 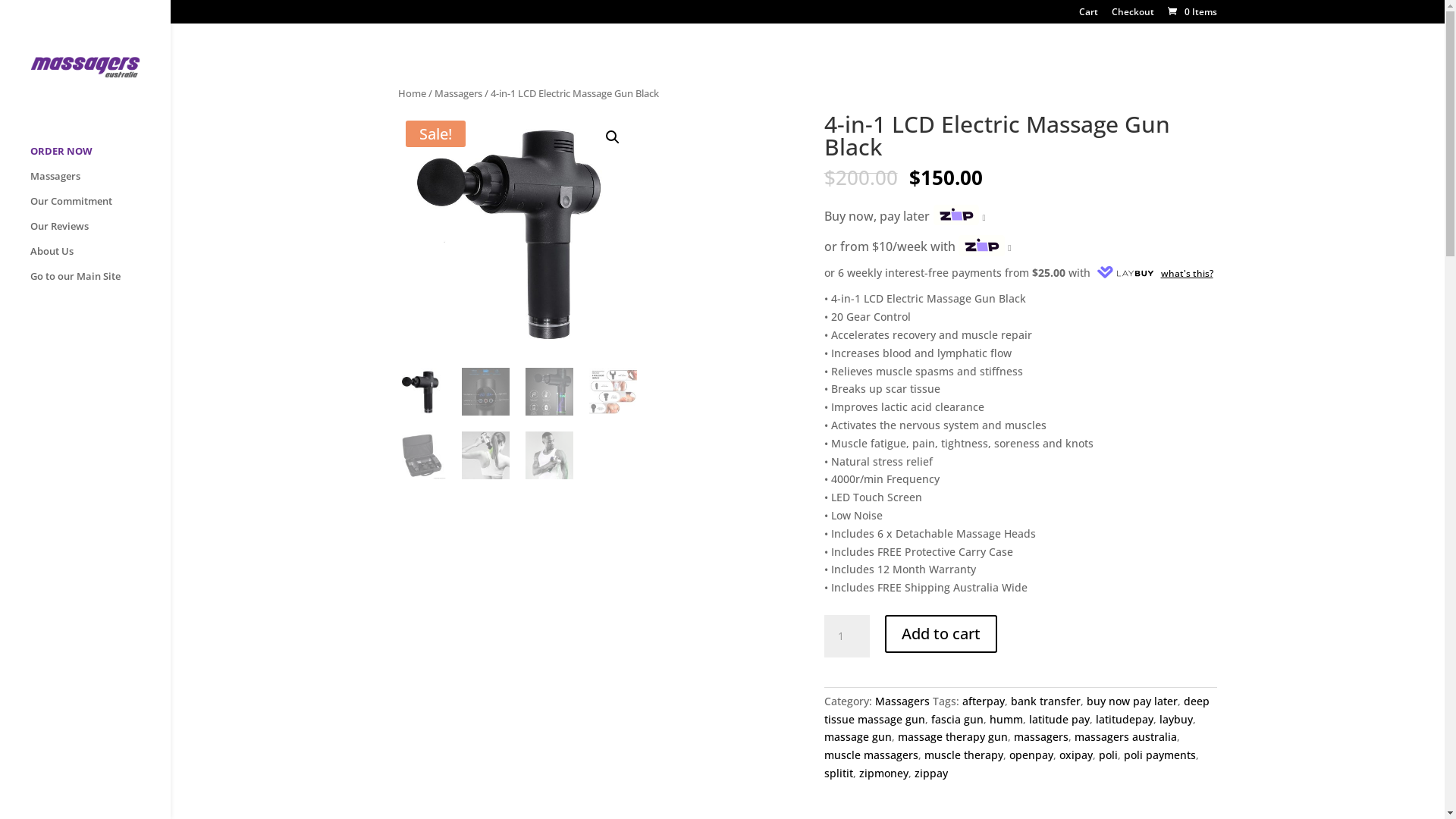 What do you see at coordinates (1159, 755) in the screenshot?
I see `'poli payments'` at bounding box center [1159, 755].